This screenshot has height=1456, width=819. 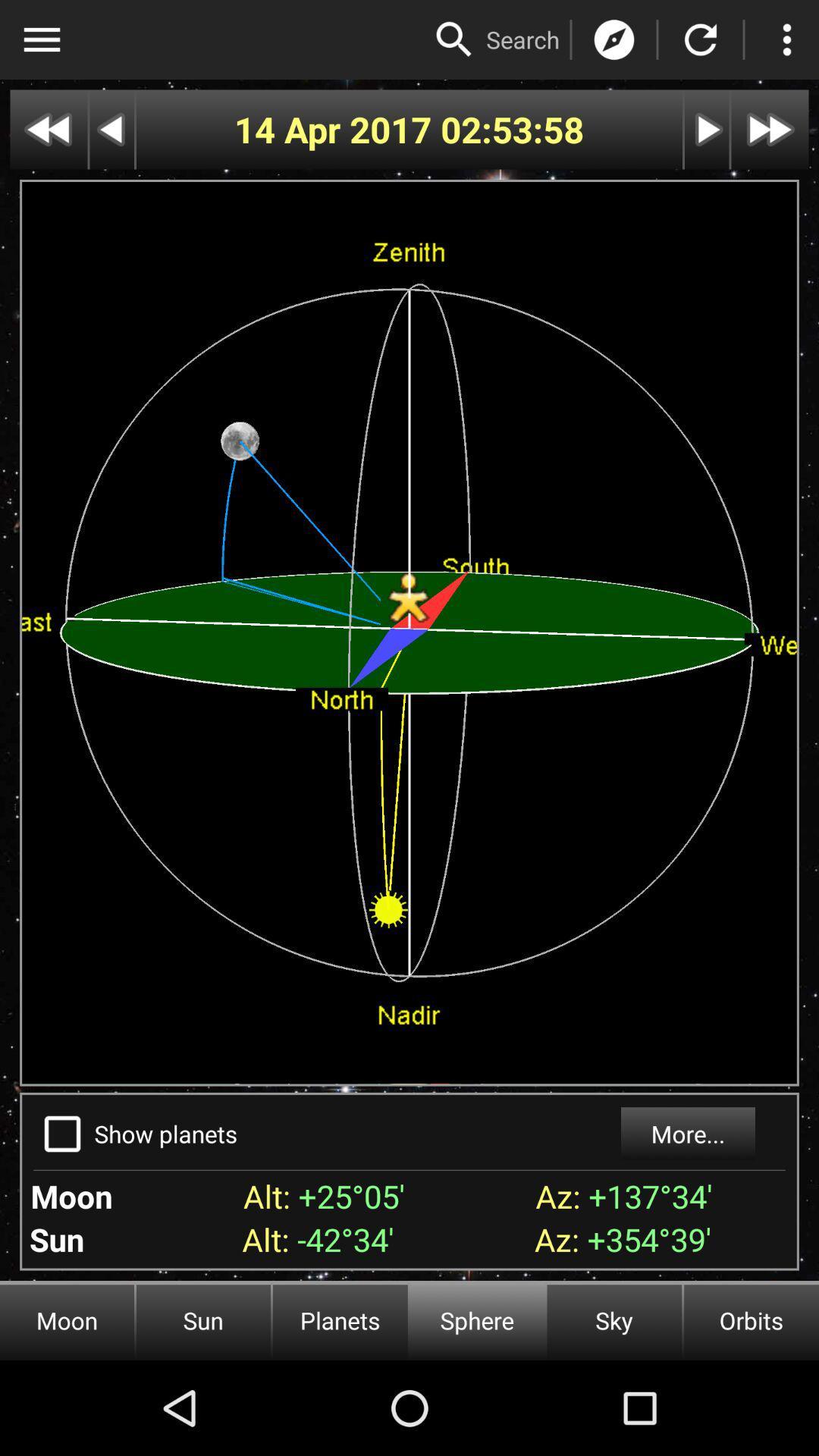 What do you see at coordinates (770, 130) in the screenshot?
I see `page forward` at bounding box center [770, 130].